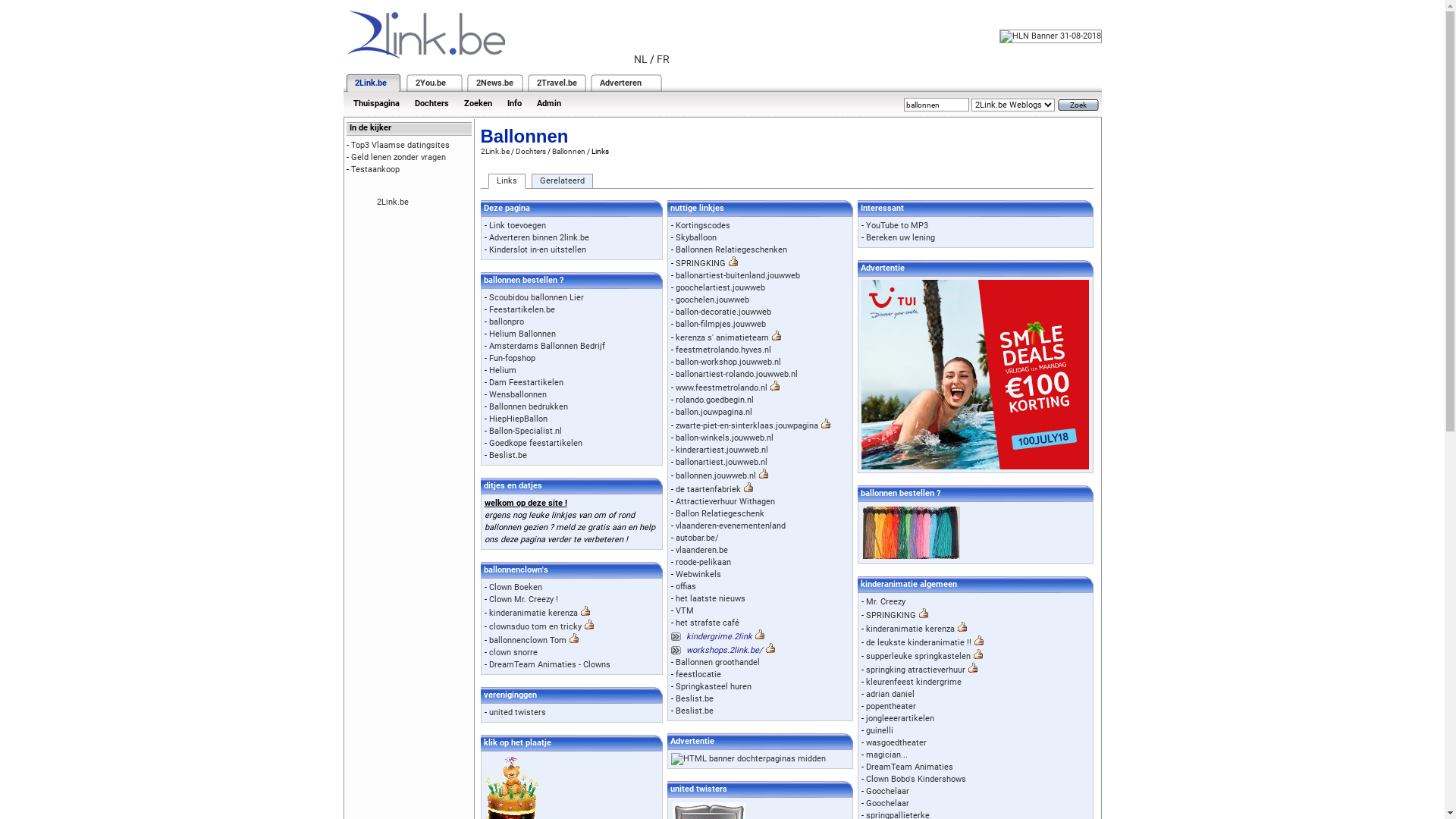 This screenshot has height=819, width=1456. What do you see at coordinates (527, 640) in the screenshot?
I see `'ballonnenclown Tom'` at bounding box center [527, 640].